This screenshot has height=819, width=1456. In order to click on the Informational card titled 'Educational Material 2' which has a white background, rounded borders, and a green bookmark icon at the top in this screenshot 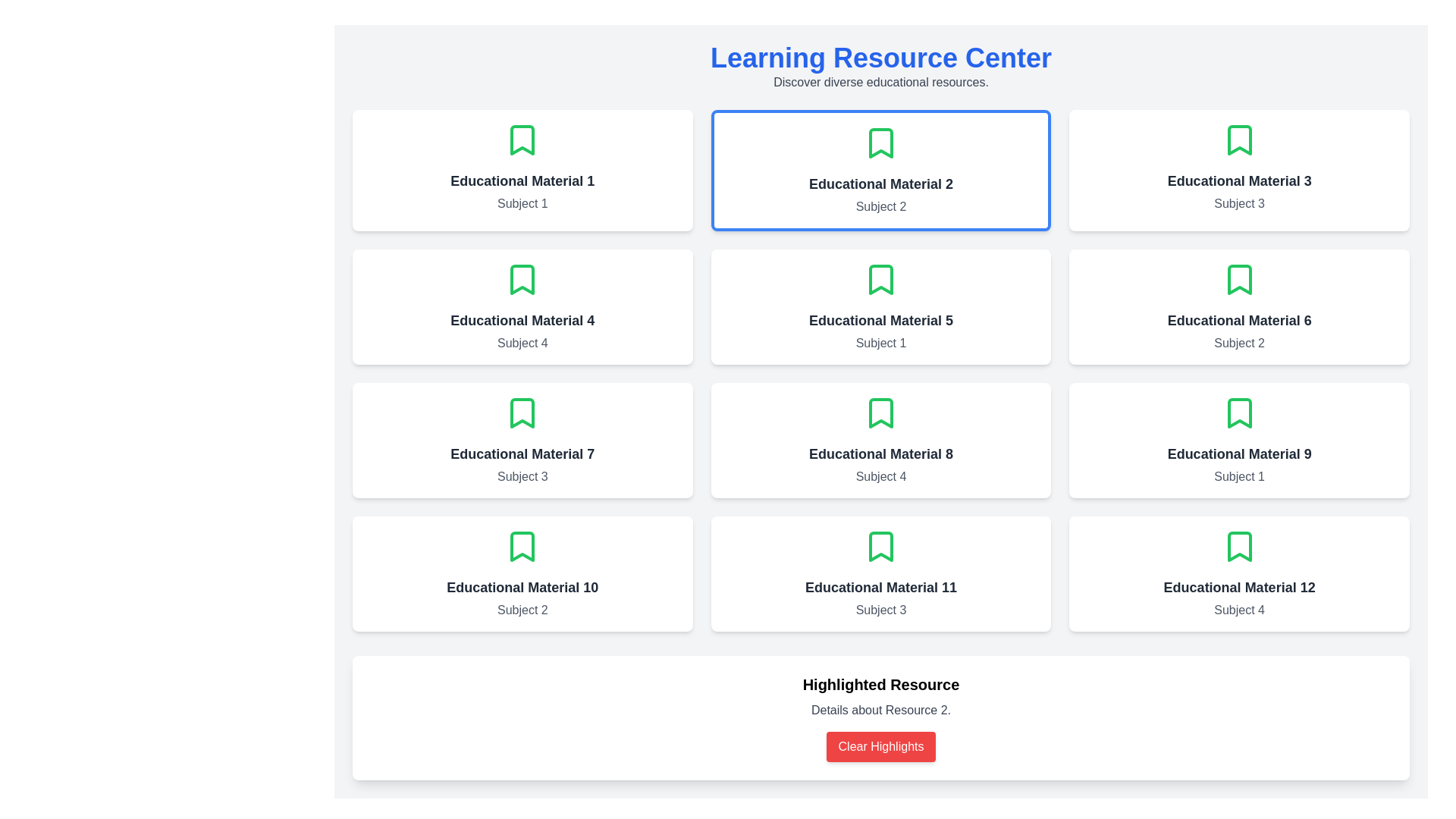, I will do `click(880, 170)`.